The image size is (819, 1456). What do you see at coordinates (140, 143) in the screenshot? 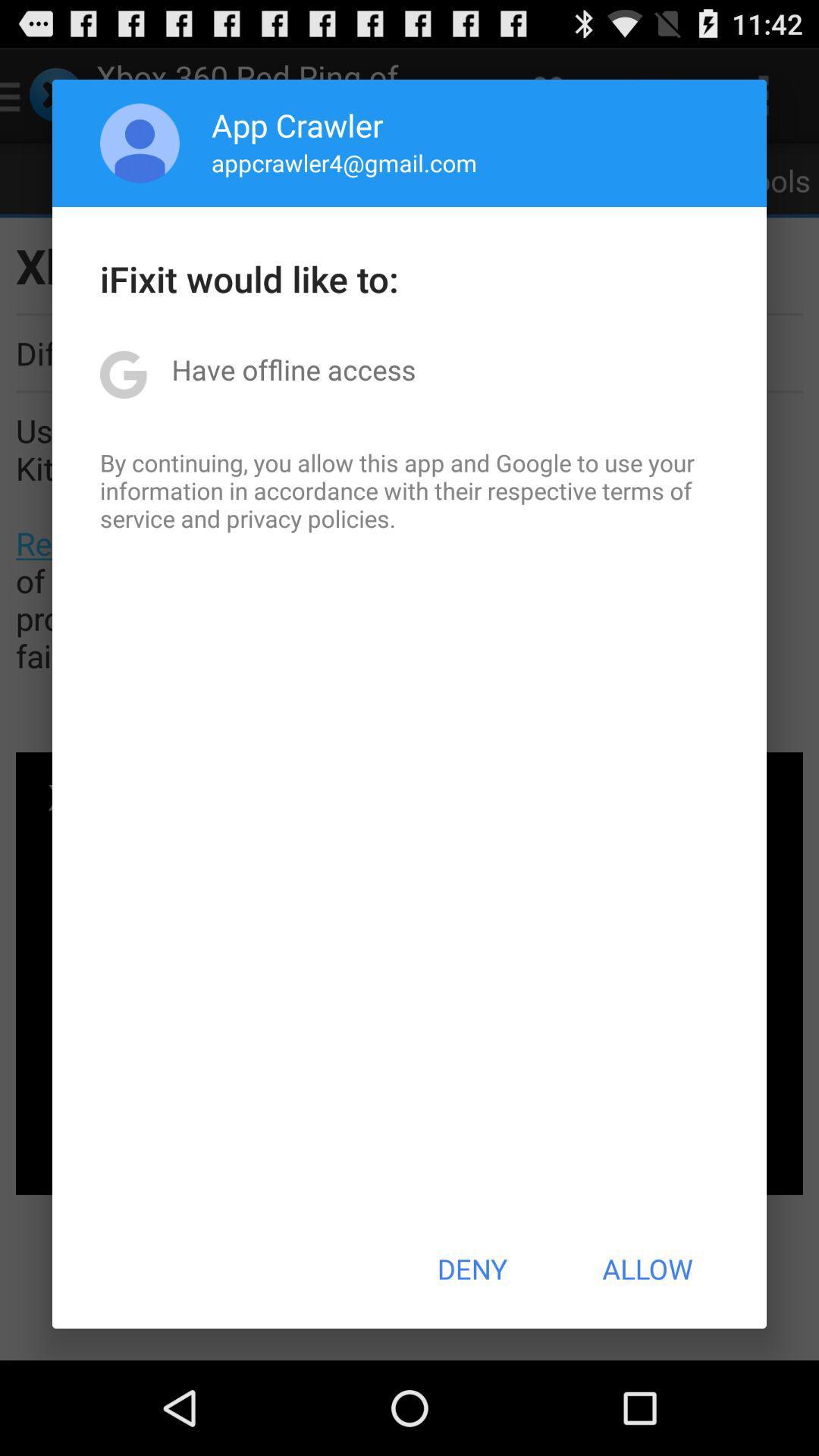
I see `the icon next to the app crawler` at bounding box center [140, 143].